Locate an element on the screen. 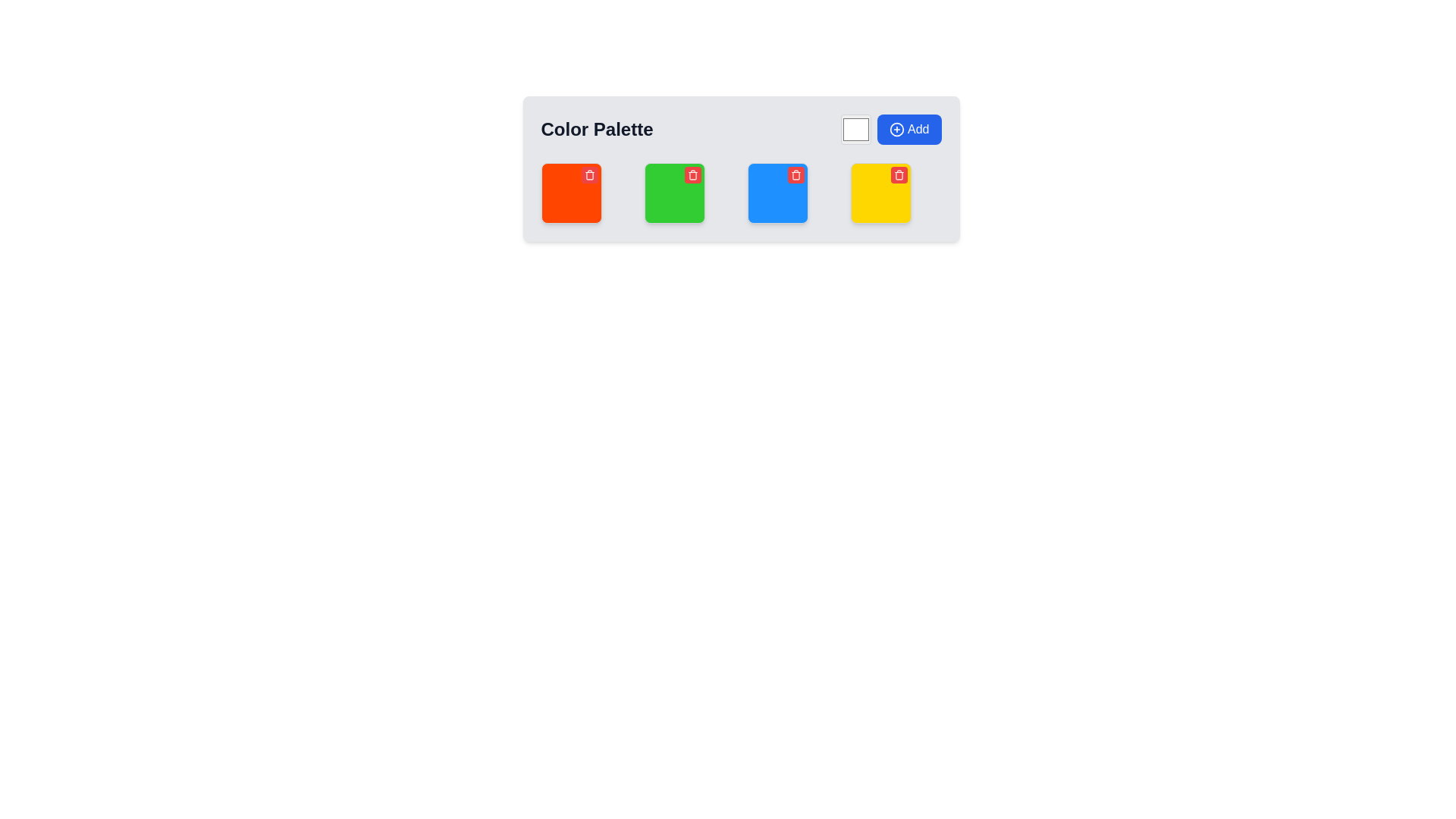  the text label reading 'Add' which is styled in white font on a blue background, located at the right-hand side of a button-like structure with rounded corners is located at coordinates (918, 128).